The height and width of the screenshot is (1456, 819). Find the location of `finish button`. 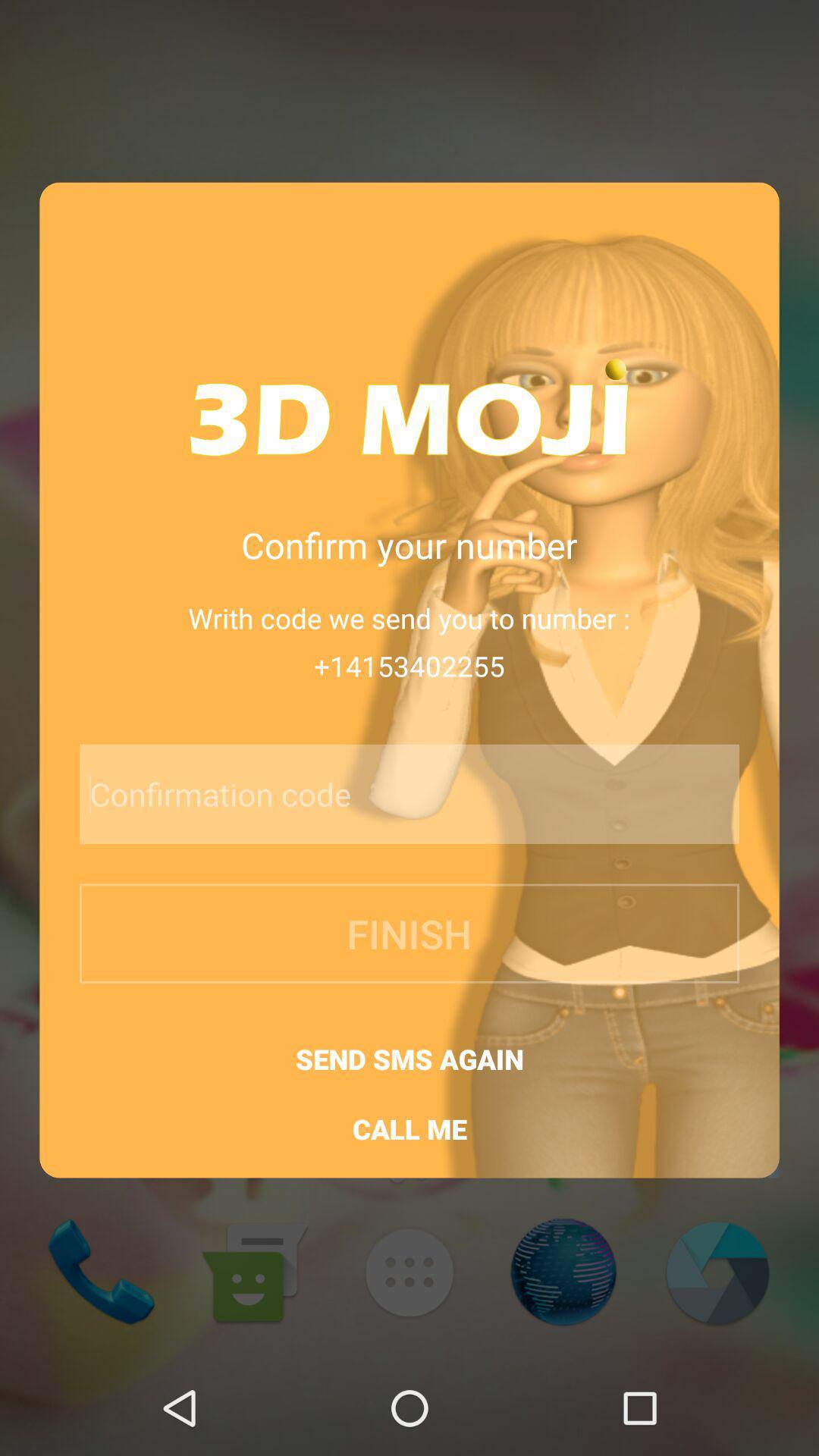

finish button is located at coordinates (409, 933).